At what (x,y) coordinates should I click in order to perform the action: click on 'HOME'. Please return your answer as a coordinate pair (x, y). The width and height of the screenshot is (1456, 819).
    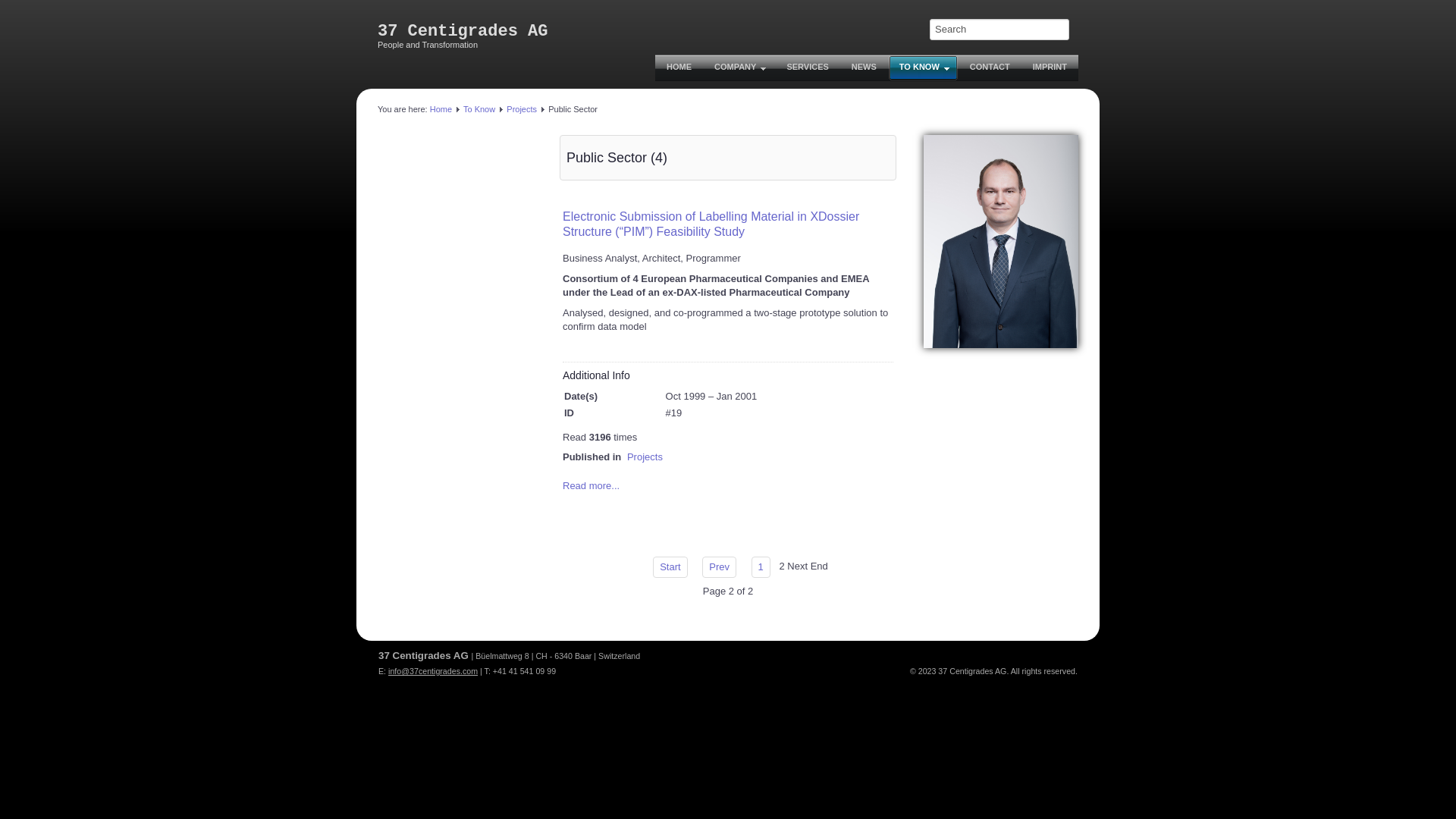
    Looking at the image, I should click on (678, 67).